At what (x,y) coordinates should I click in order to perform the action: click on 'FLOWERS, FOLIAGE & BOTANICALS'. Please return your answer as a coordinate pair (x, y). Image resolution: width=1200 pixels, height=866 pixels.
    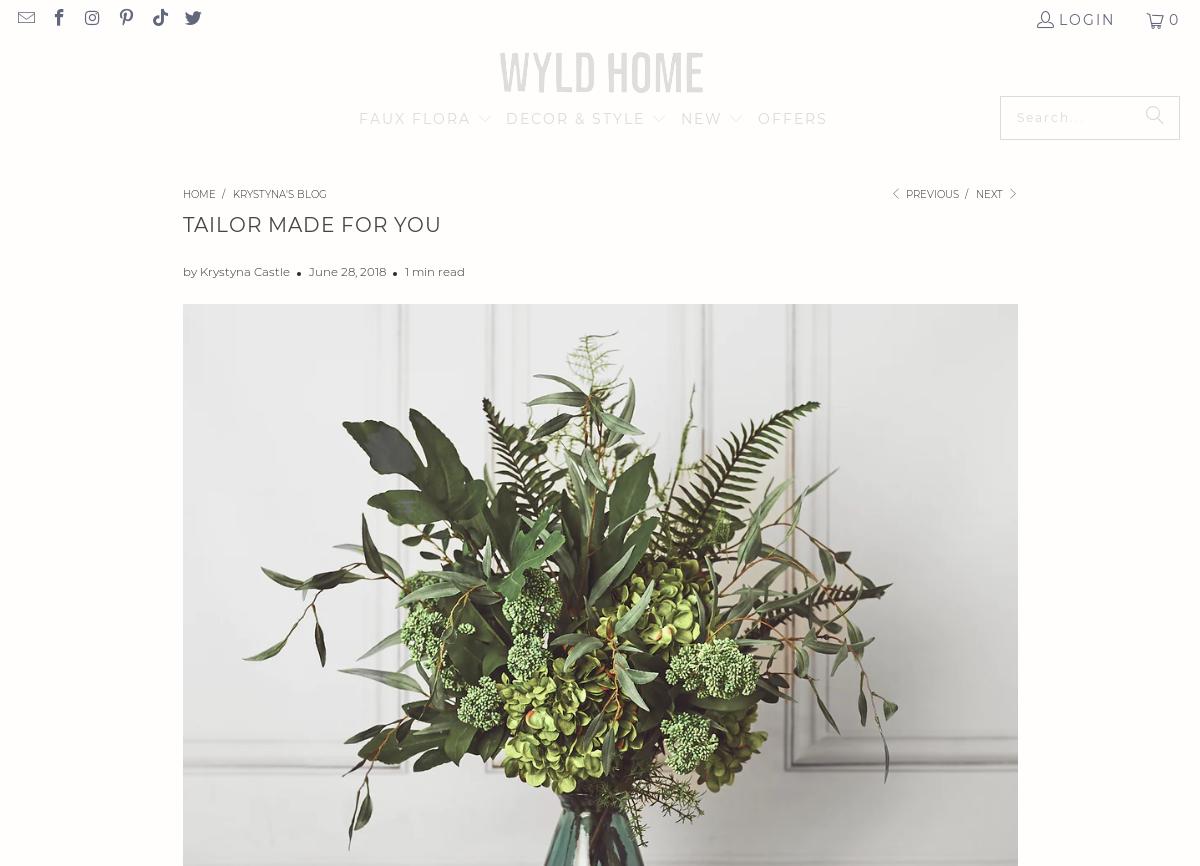
    Looking at the image, I should click on (473, 177).